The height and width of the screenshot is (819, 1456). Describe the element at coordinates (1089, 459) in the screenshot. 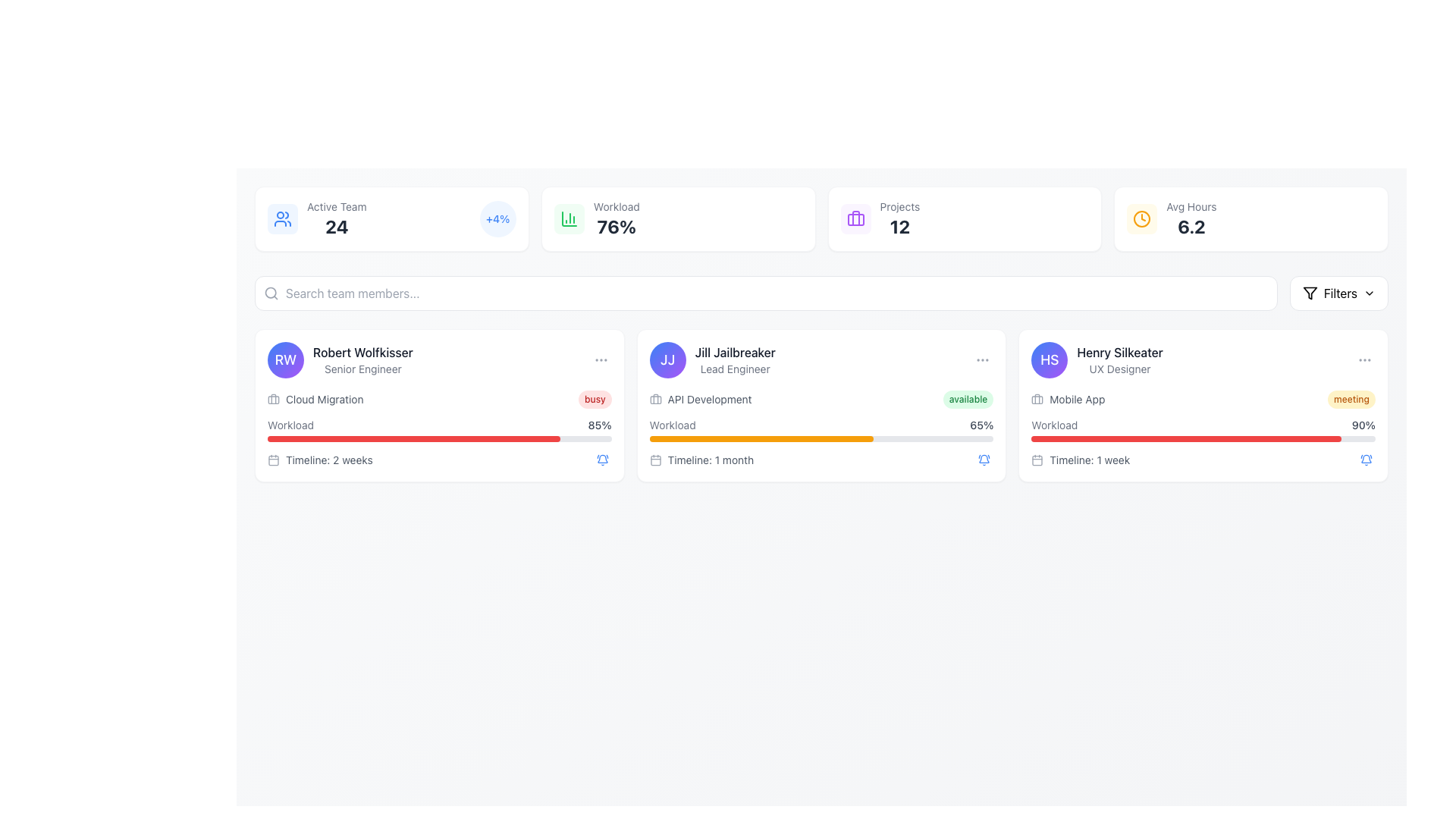

I see `the static text display that shows the timeline duration for the user 'Henry Silkeater', located at the bottom-right corner of the card below the workload progress bar` at that location.